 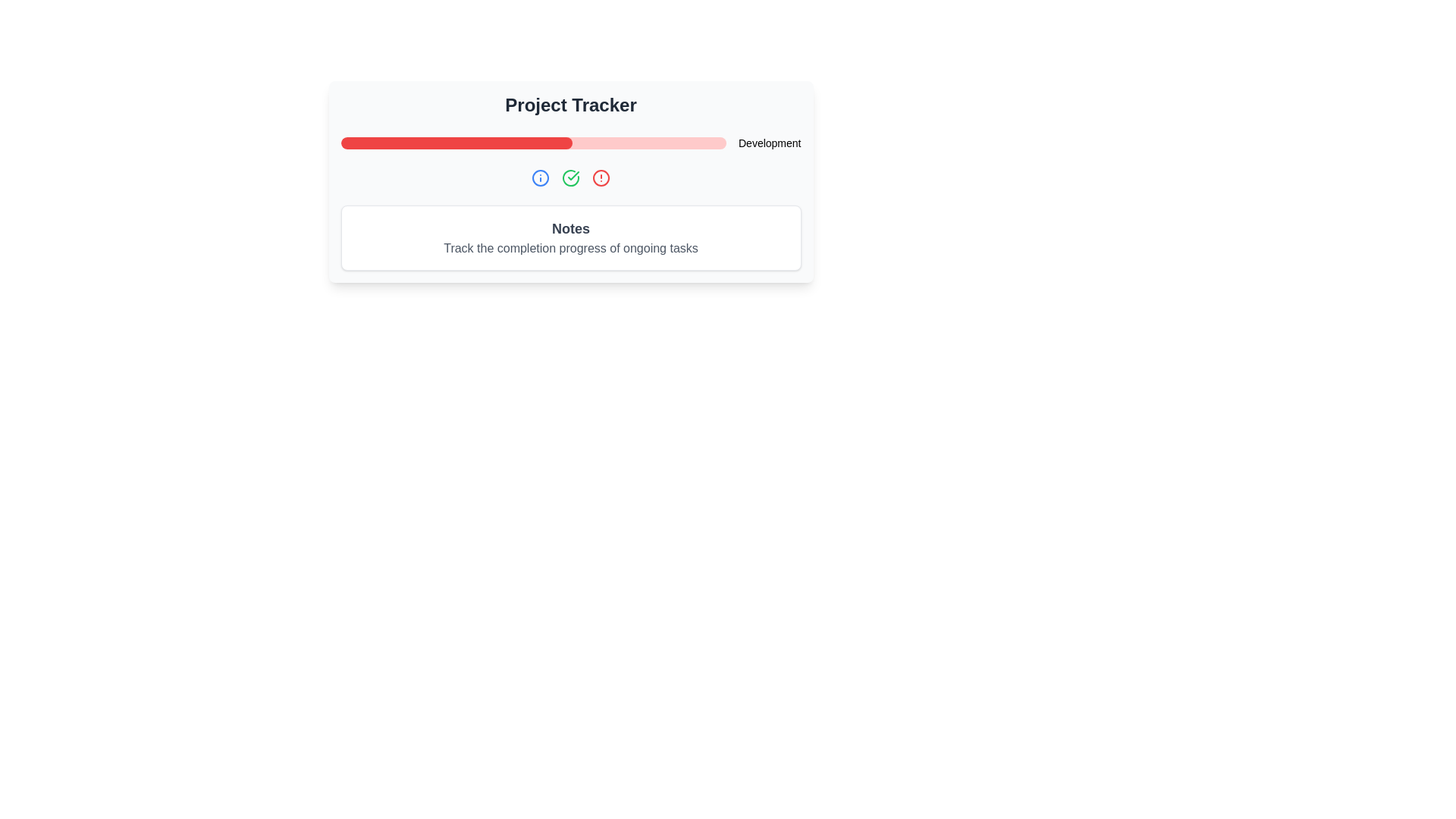 I want to click on the progress level of the horizontally elongated light red progress bar that indicates approximately 60% completion, located below the 'Project Tracker' title, so click(x=533, y=143).